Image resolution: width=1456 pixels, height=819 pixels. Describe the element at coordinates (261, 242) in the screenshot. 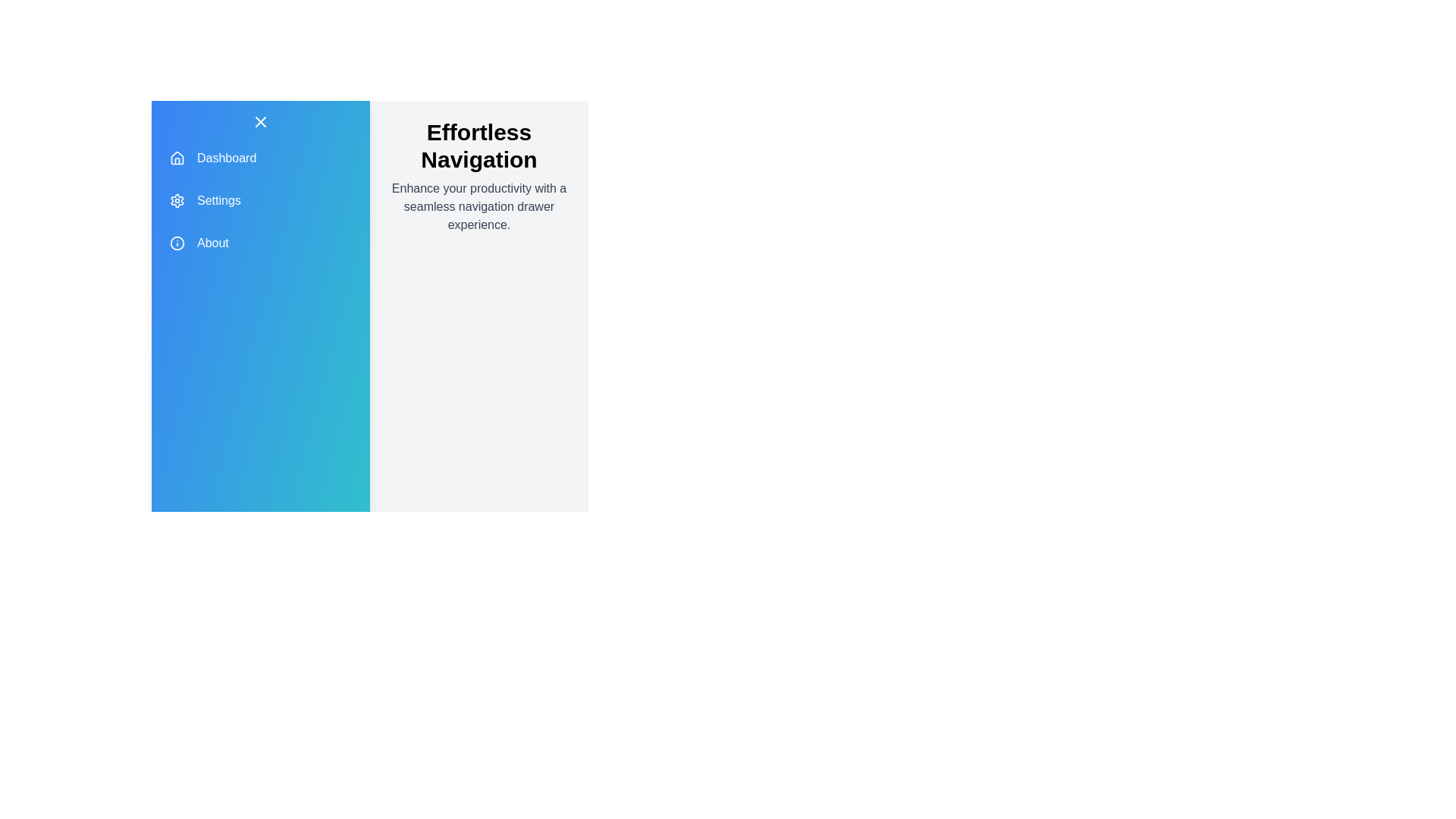

I see `the 'About' menu item to select it` at that location.